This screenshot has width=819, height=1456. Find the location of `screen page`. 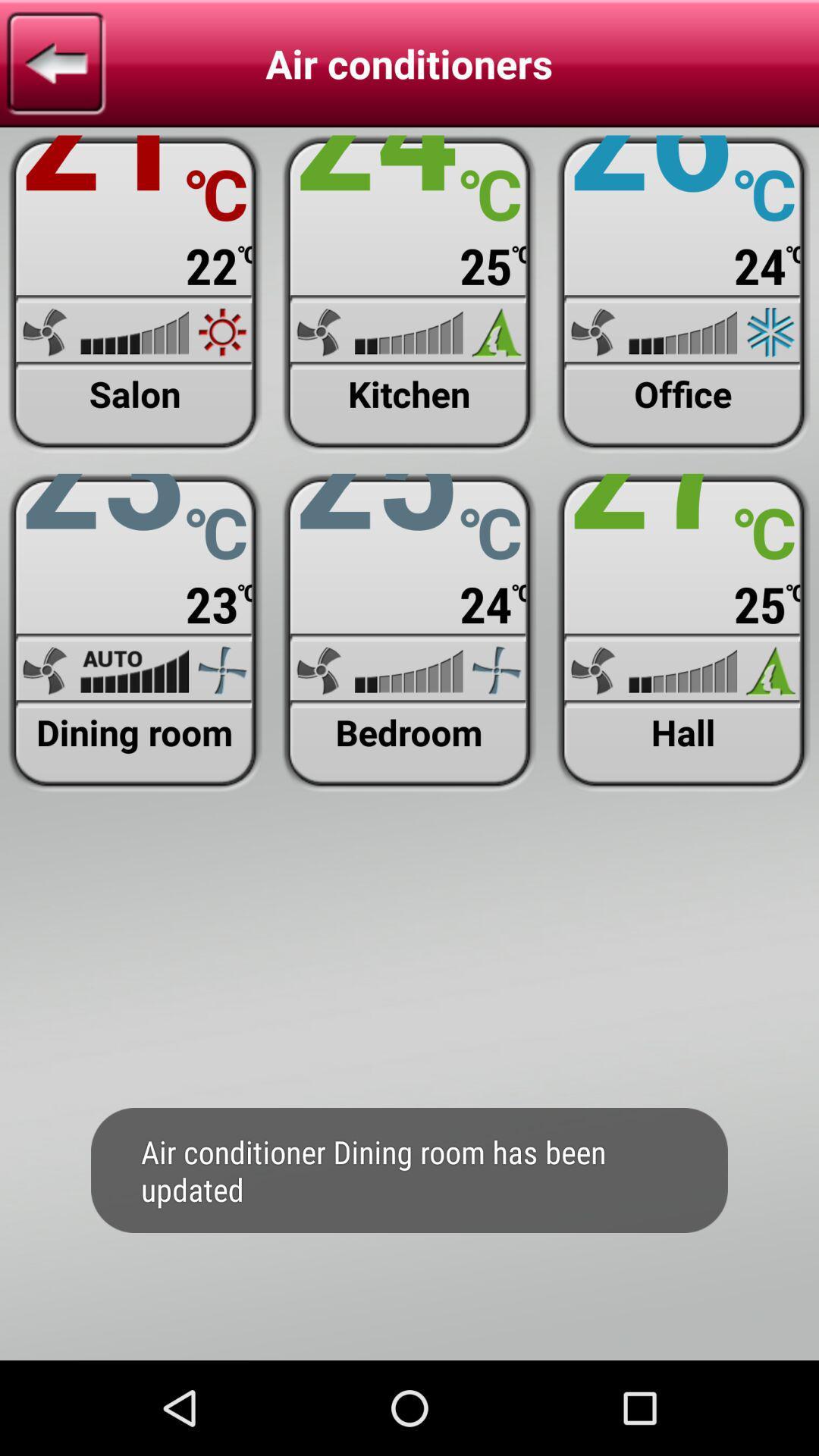

screen page is located at coordinates (134, 632).